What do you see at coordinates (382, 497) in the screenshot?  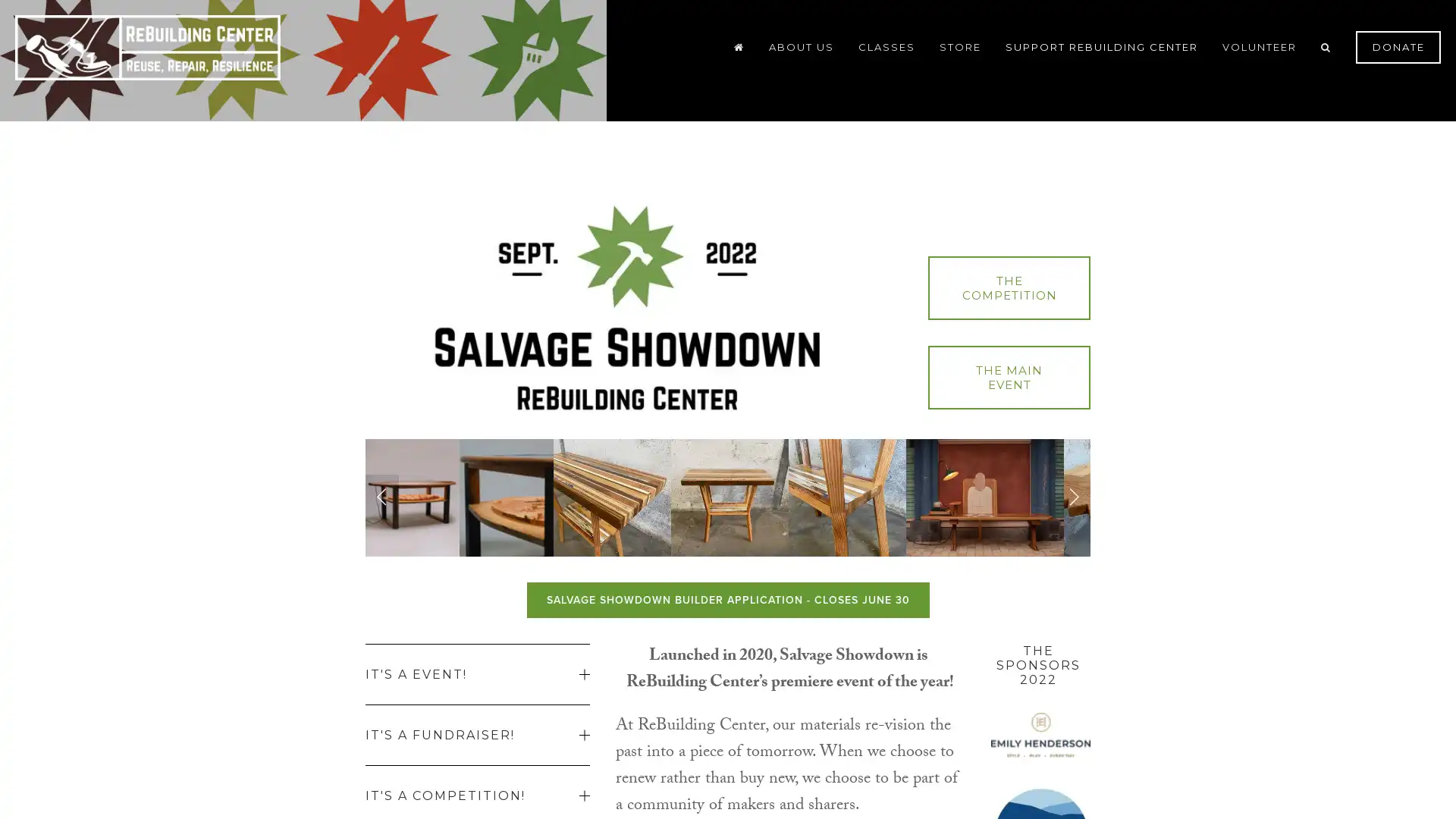 I see `Previous Slide` at bounding box center [382, 497].